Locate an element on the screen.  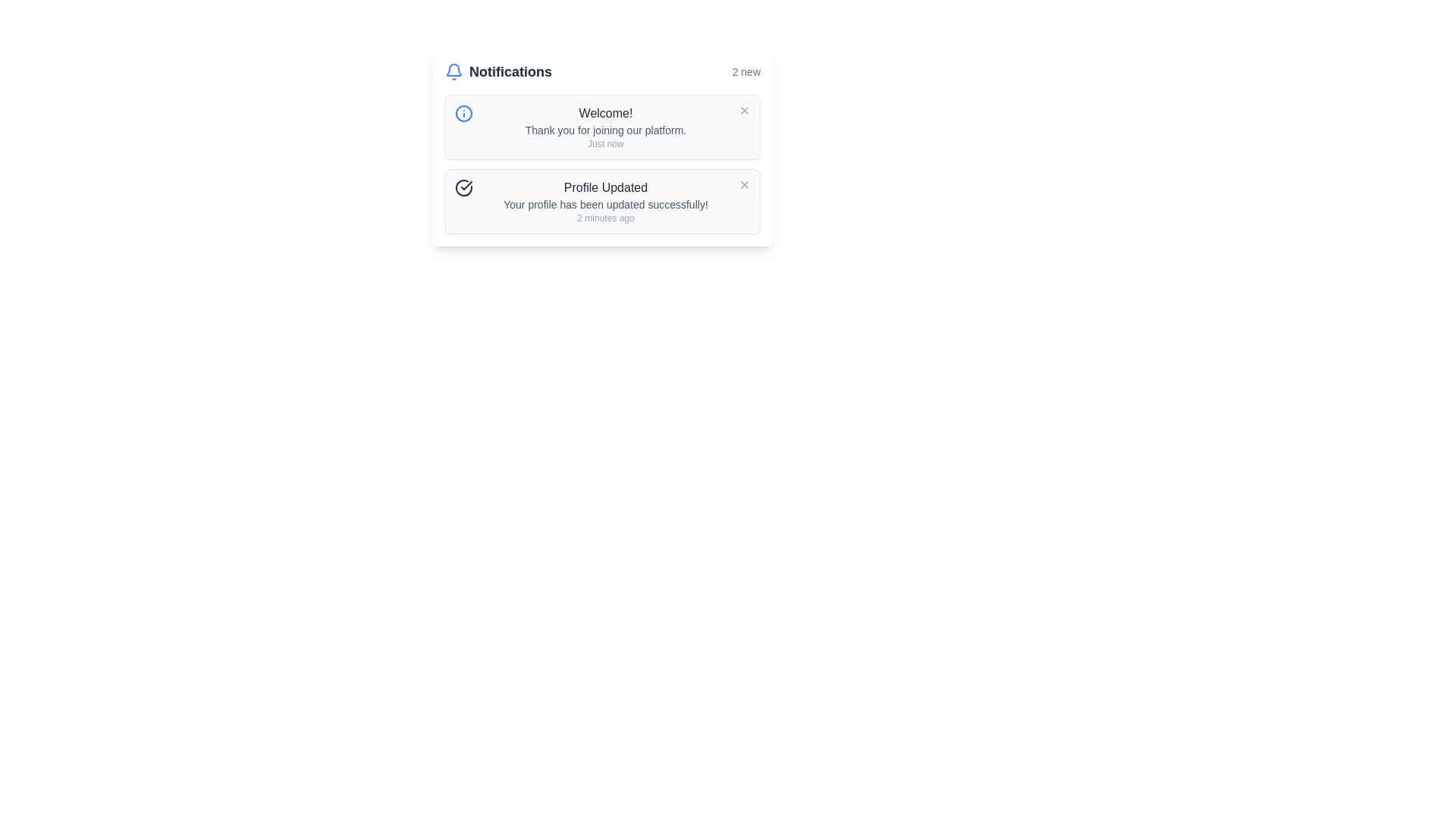
the Circle element of the information icon located to the left of the 'Welcome!' heading in the first notification card of the notification panel is located at coordinates (463, 113).